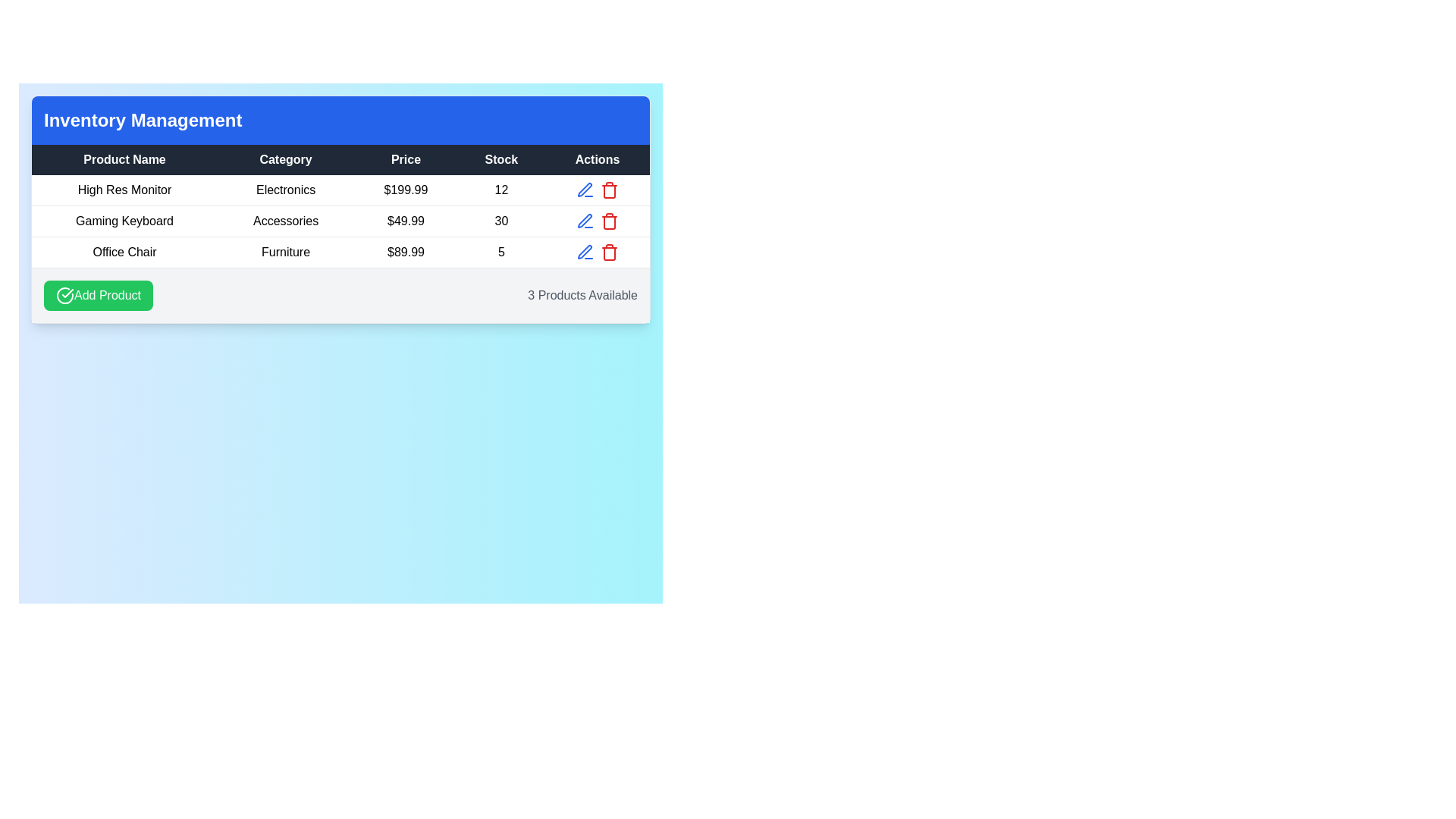 The image size is (1456, 819). What do you see at coordinates (124, 190) in the screenshot?
I see `the text label 'High Res Monitor' located in the 'Product Name' column of the 'Inventory Management' table` at bounding box center [124, 190].